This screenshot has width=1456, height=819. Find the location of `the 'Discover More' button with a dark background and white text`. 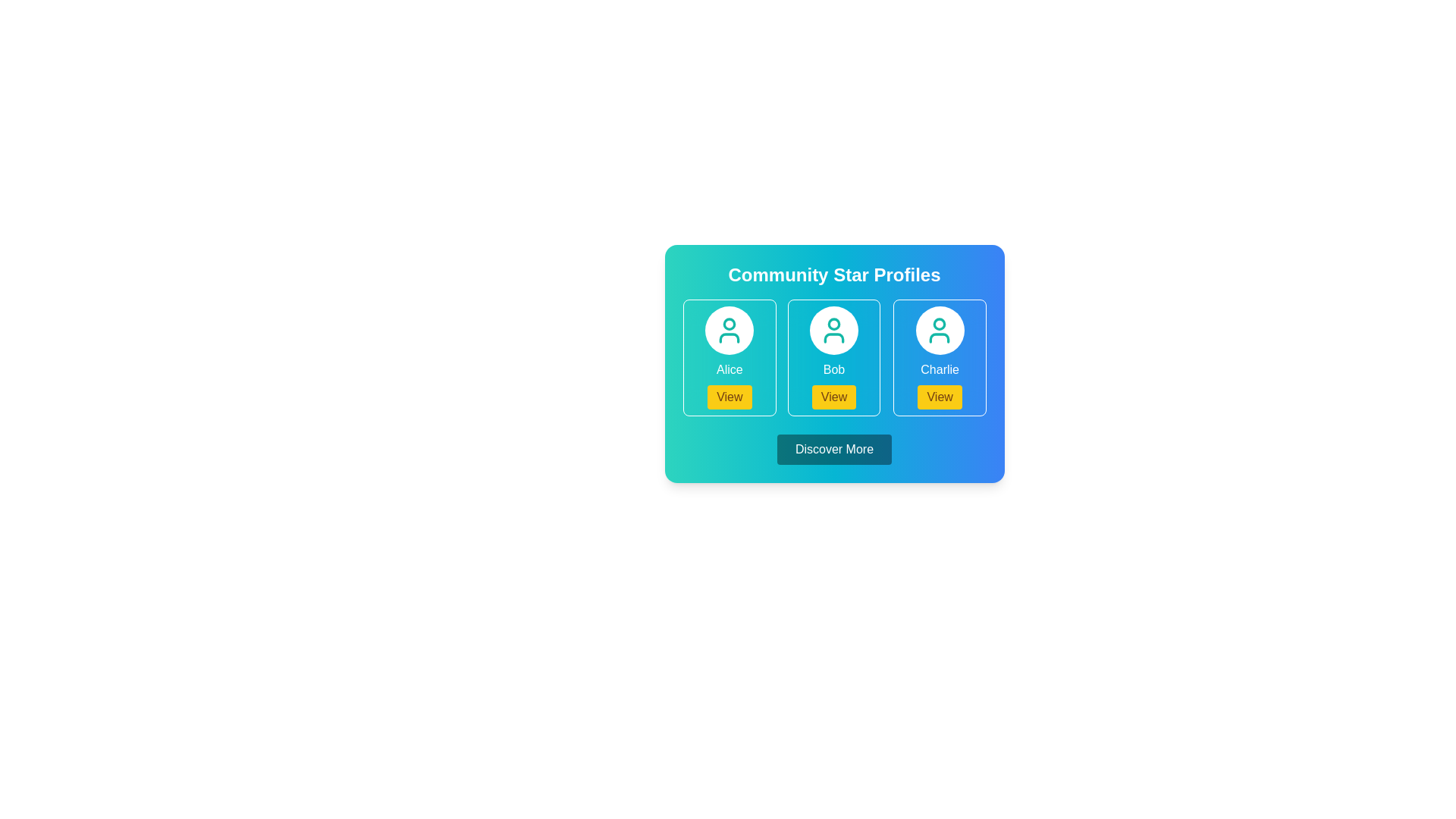

the 'Discover More' button with a dark background and white text is located at coordinates (833, 449).